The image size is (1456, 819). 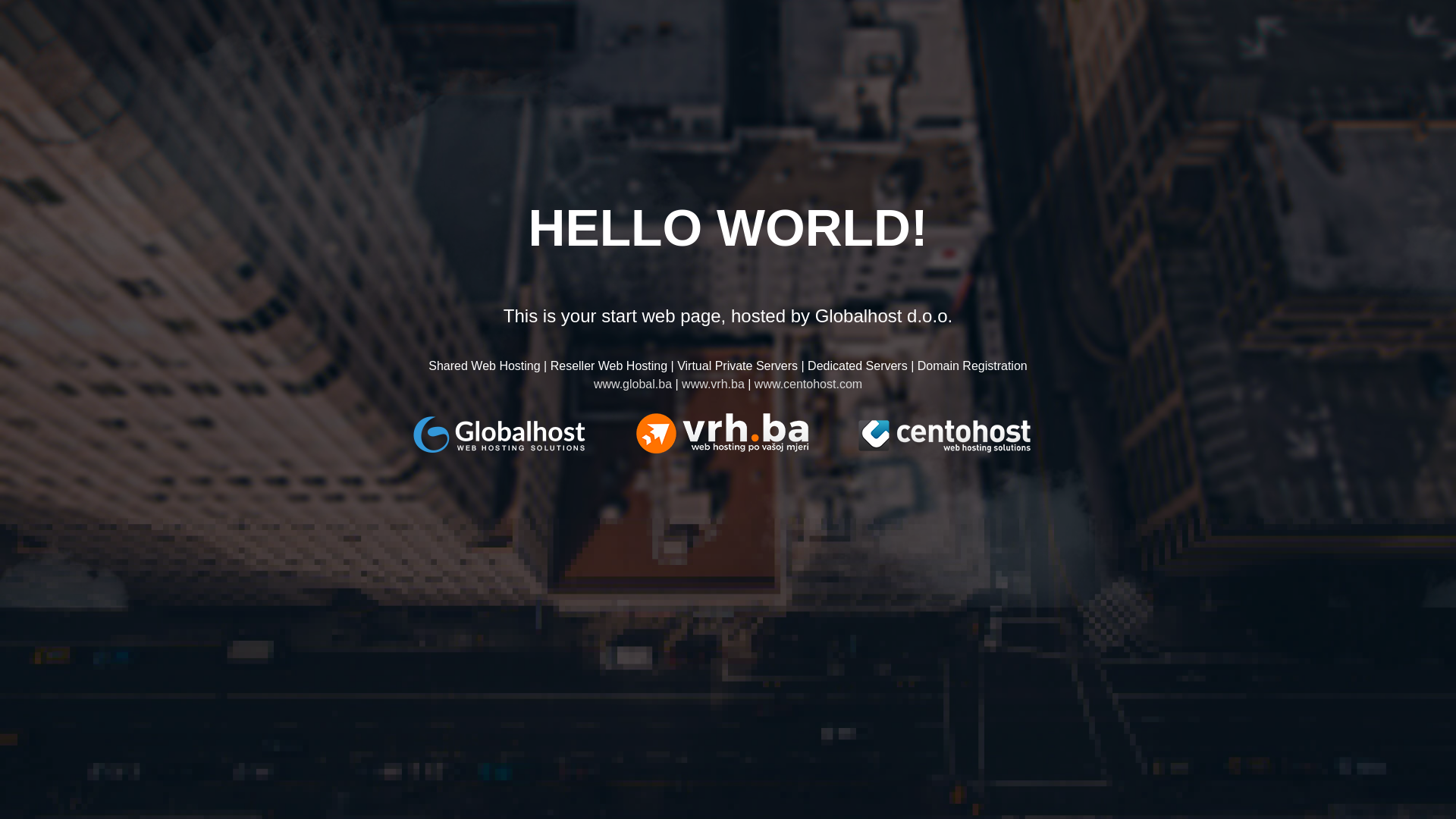 What do you see at coordinates (807, 383) in the screenshot?
I see `'www.centohost.com'` at bounding box center [807, 383].